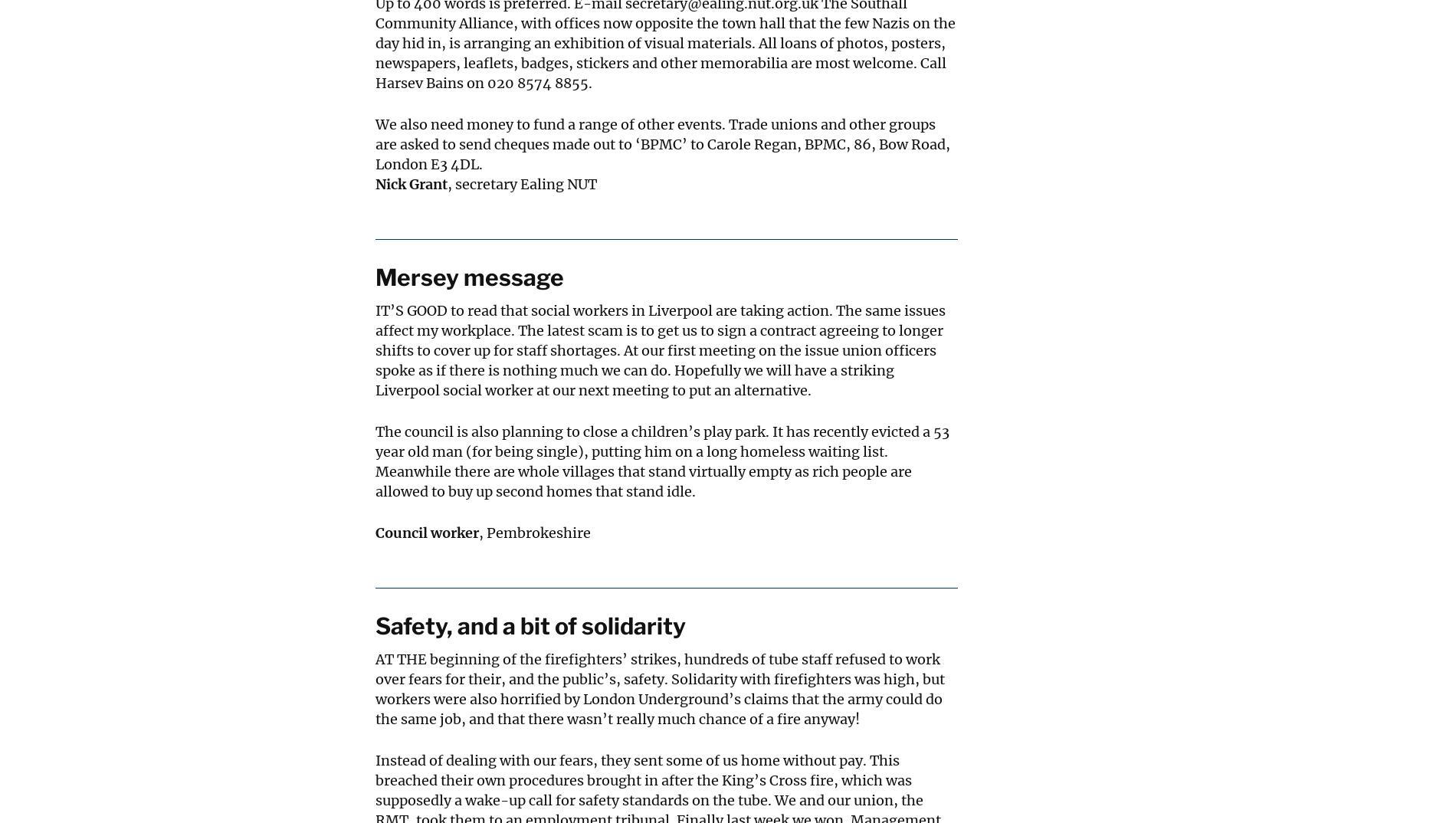 The height and width of the screenshot is (823, 1456). What do you see at coordinates (478, 532) in the screenshot?
I see `', Pembrokeshire'` at bounding box center [478, 532].